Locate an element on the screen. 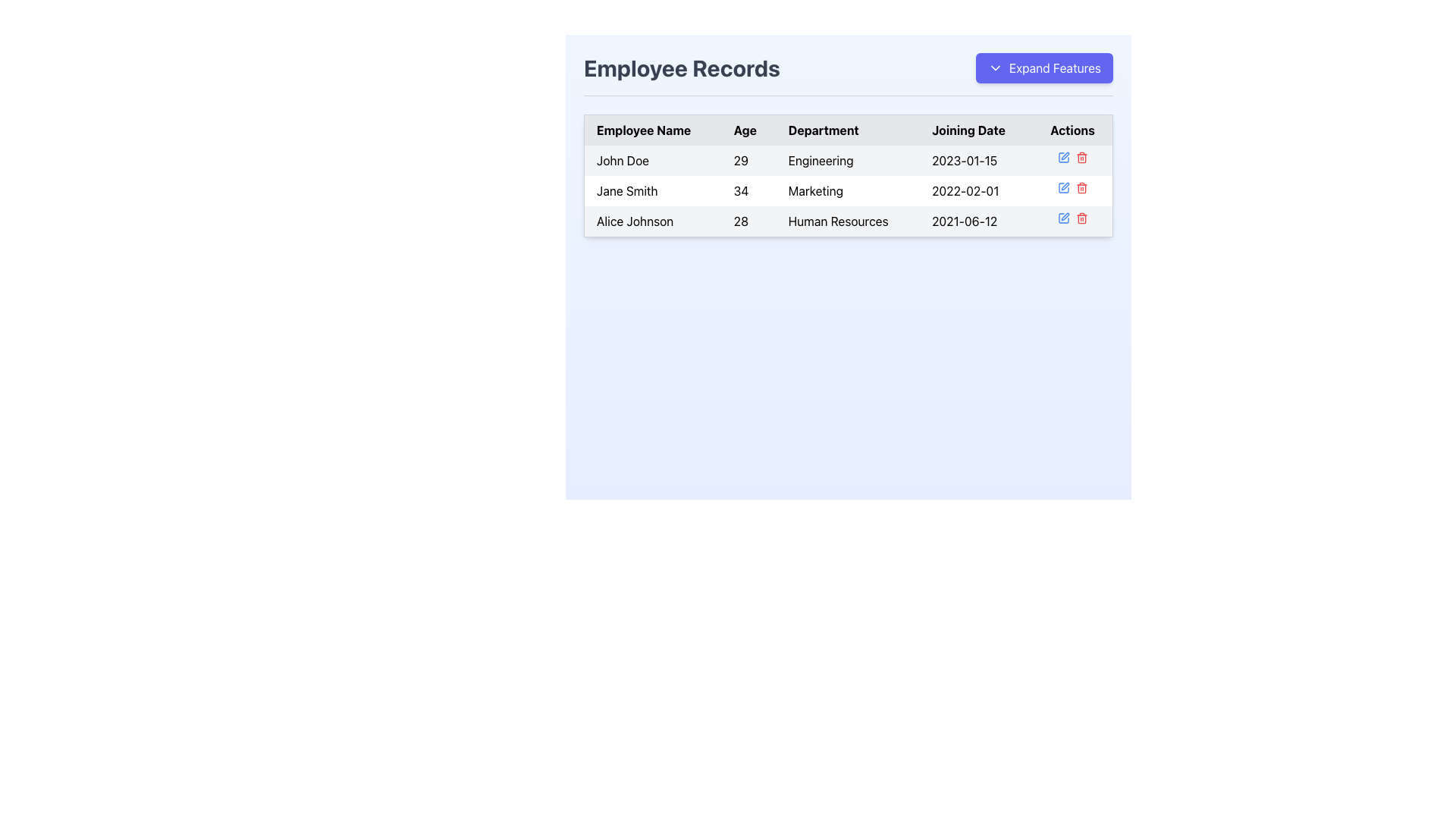 The height and width of the screenshot is (819, 1456). the delete button in the second row of the 'Actions' column for the entry 'Jane Smith' to change its appearance is located at coordinates (1081, 187).